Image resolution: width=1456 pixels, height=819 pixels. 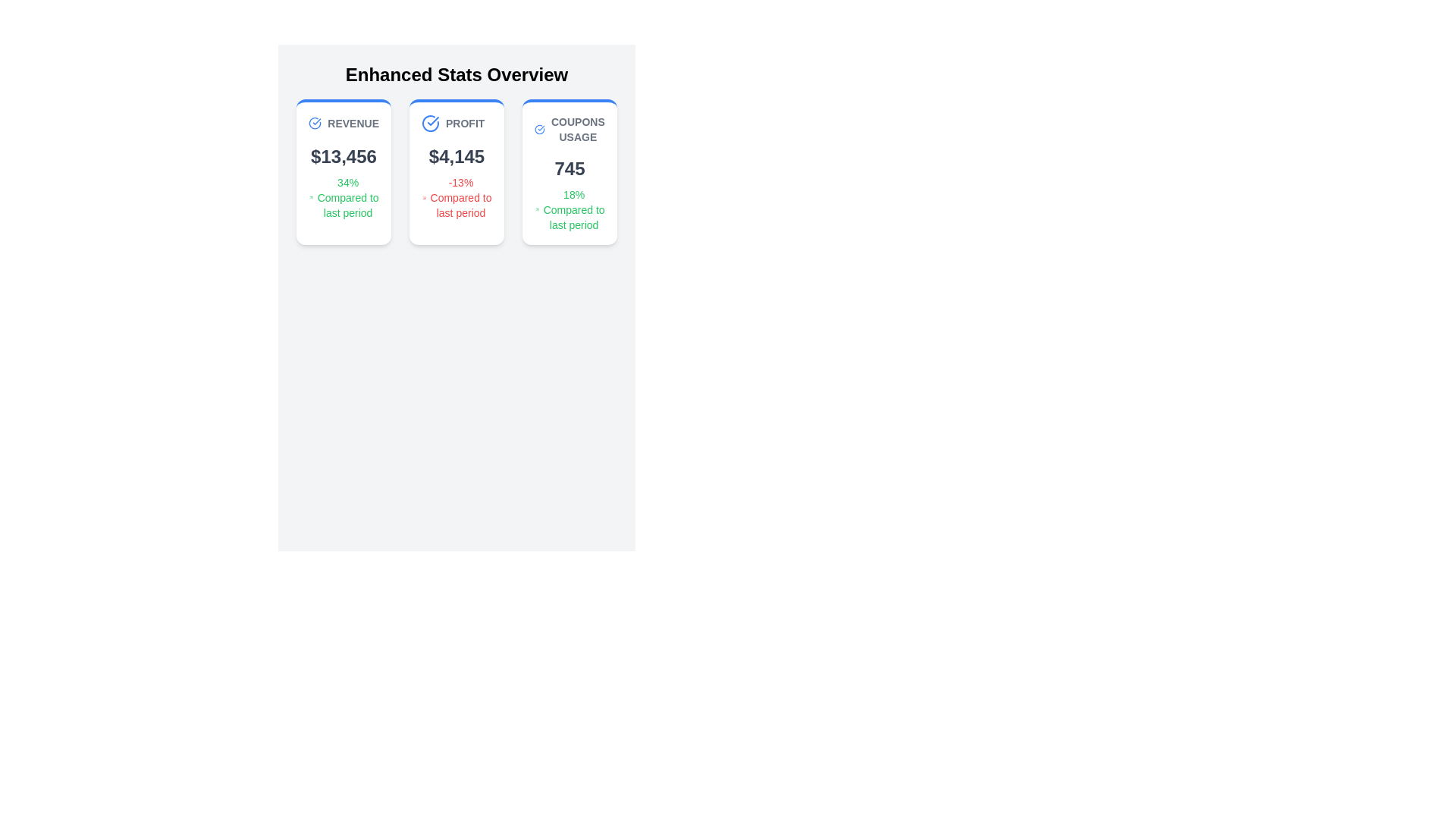 I want to click on the informational card titled 'COUPONS USAGE', which features a white background, rounded corners, a blue stripe at the top, and contains the number '745' and an annotation about usage compared to the last period, so click(x=569, y=171).